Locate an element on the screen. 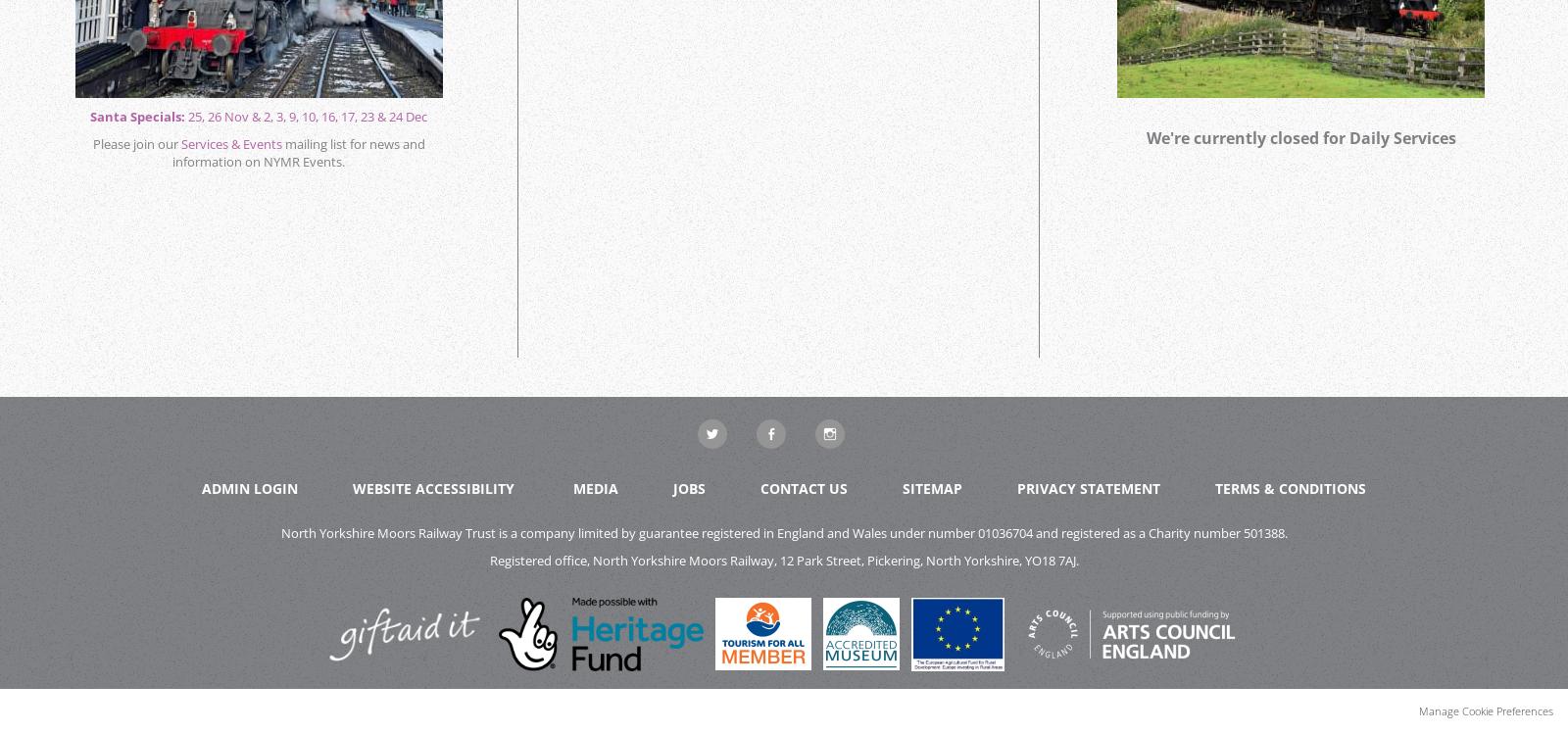  'Terms & Conditions' is located at coordinates (1289, 487).